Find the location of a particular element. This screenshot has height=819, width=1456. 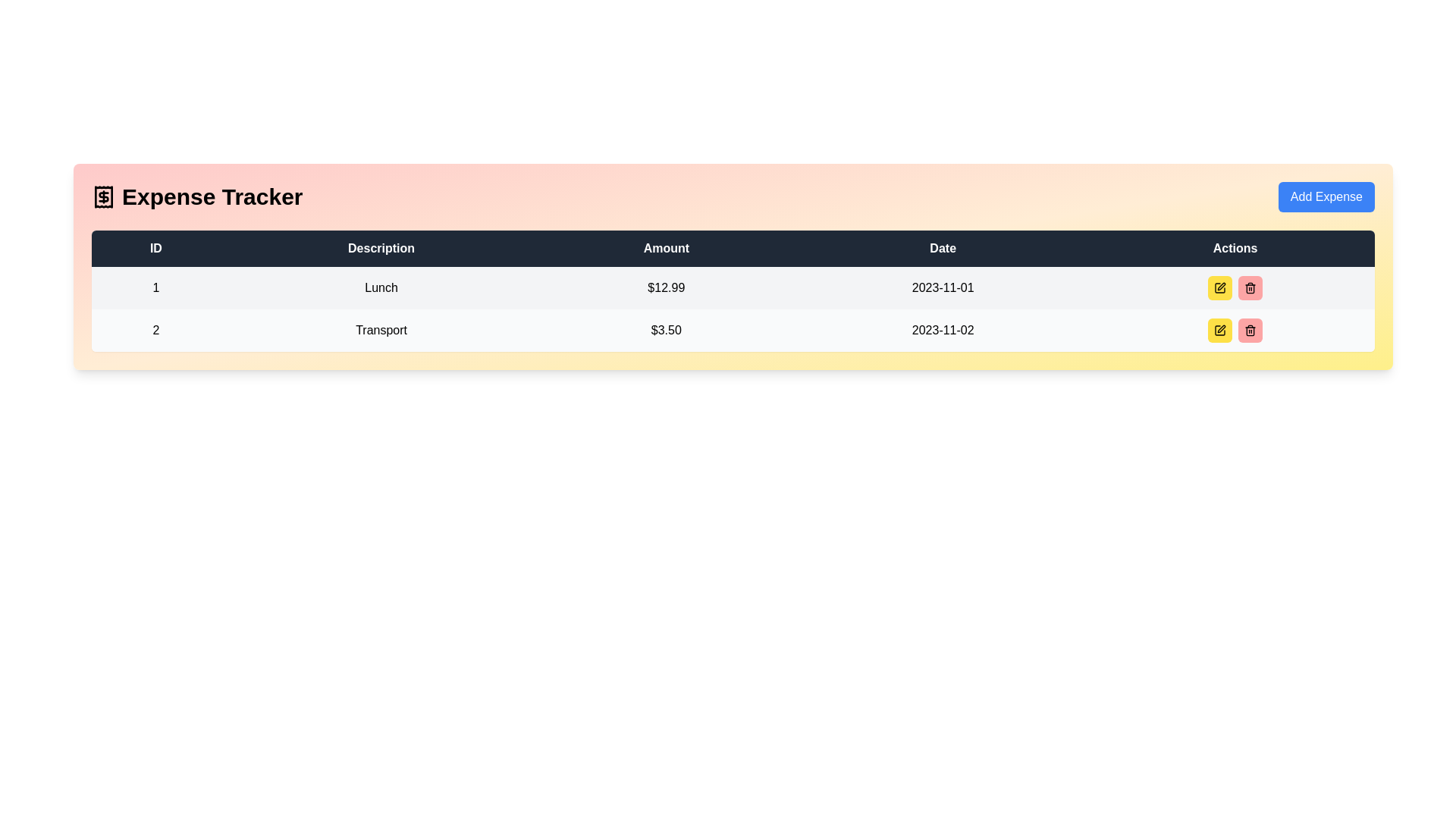

the yellow edit button with a pen icon located in the 'Actions' column of the second row of the expenses table is located at coordinates (1219, 329).